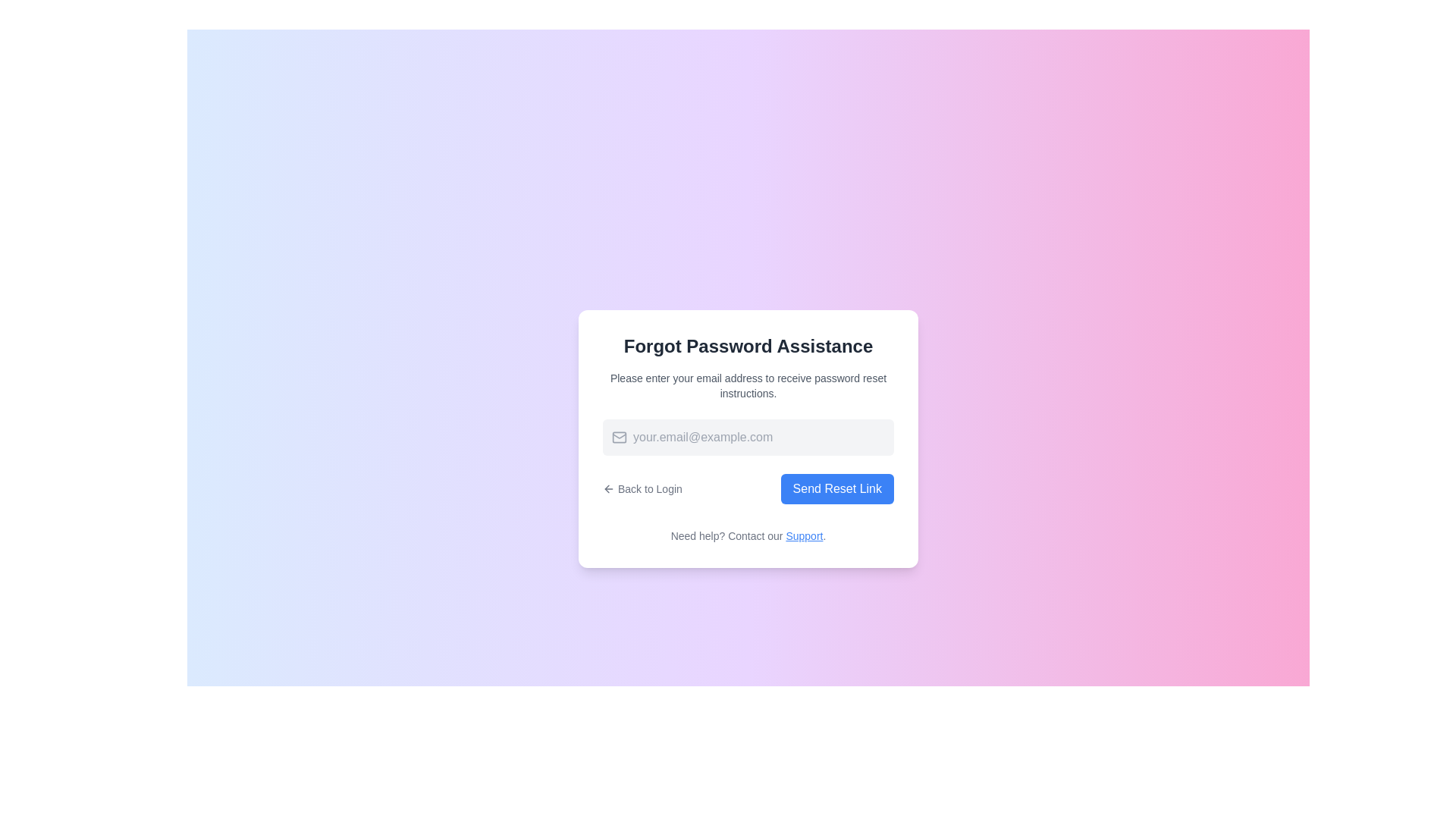  What do you see at coordinates (803, 535) in the screenshot?
I see `the 'Support' hyperlink located at the bottom of the card labeled 'Forgot Password Assistance'` at bounding box center [803, 535].